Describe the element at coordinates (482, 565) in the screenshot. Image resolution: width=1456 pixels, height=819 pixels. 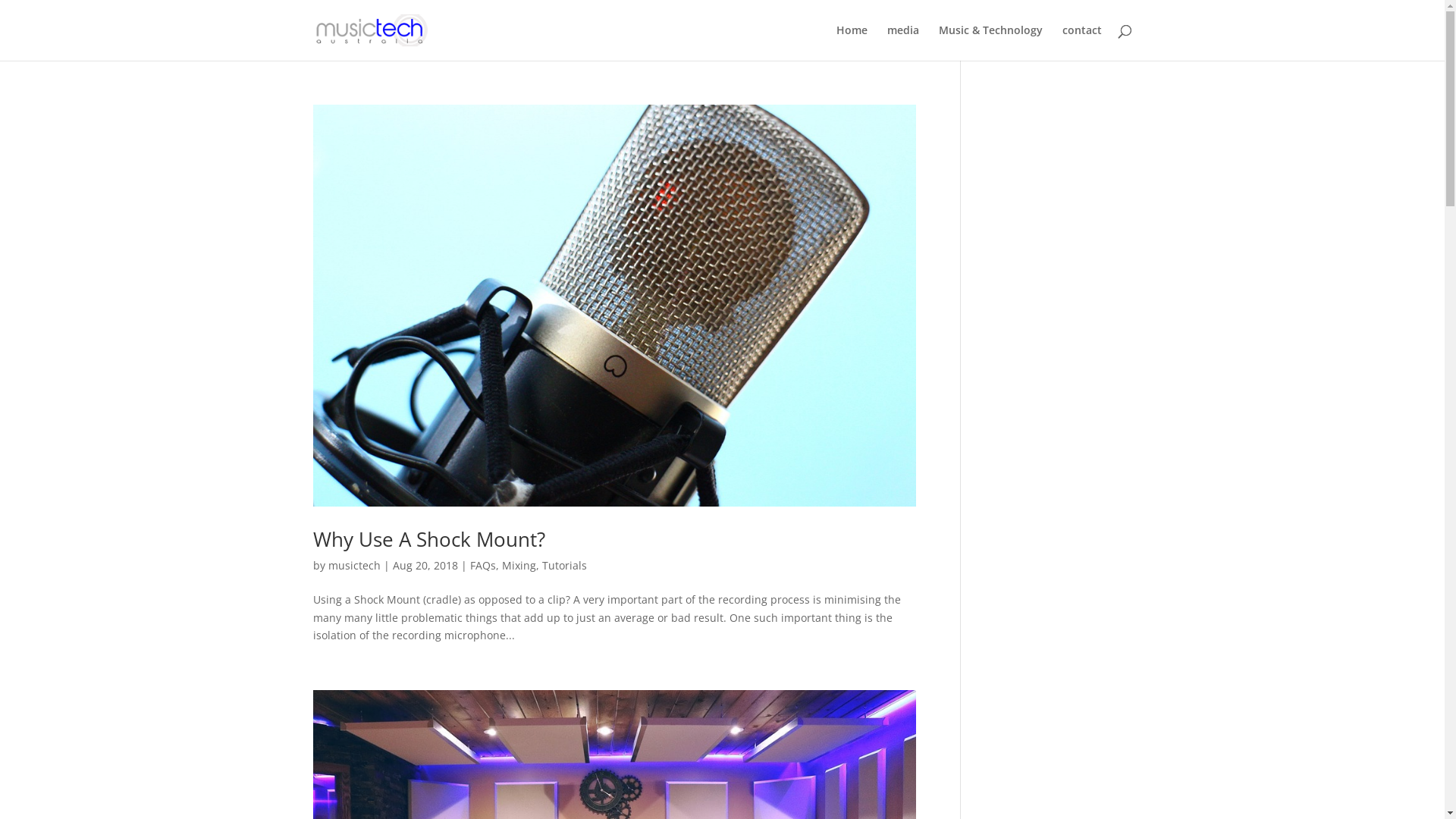
I see `'FAQs'` at that location.